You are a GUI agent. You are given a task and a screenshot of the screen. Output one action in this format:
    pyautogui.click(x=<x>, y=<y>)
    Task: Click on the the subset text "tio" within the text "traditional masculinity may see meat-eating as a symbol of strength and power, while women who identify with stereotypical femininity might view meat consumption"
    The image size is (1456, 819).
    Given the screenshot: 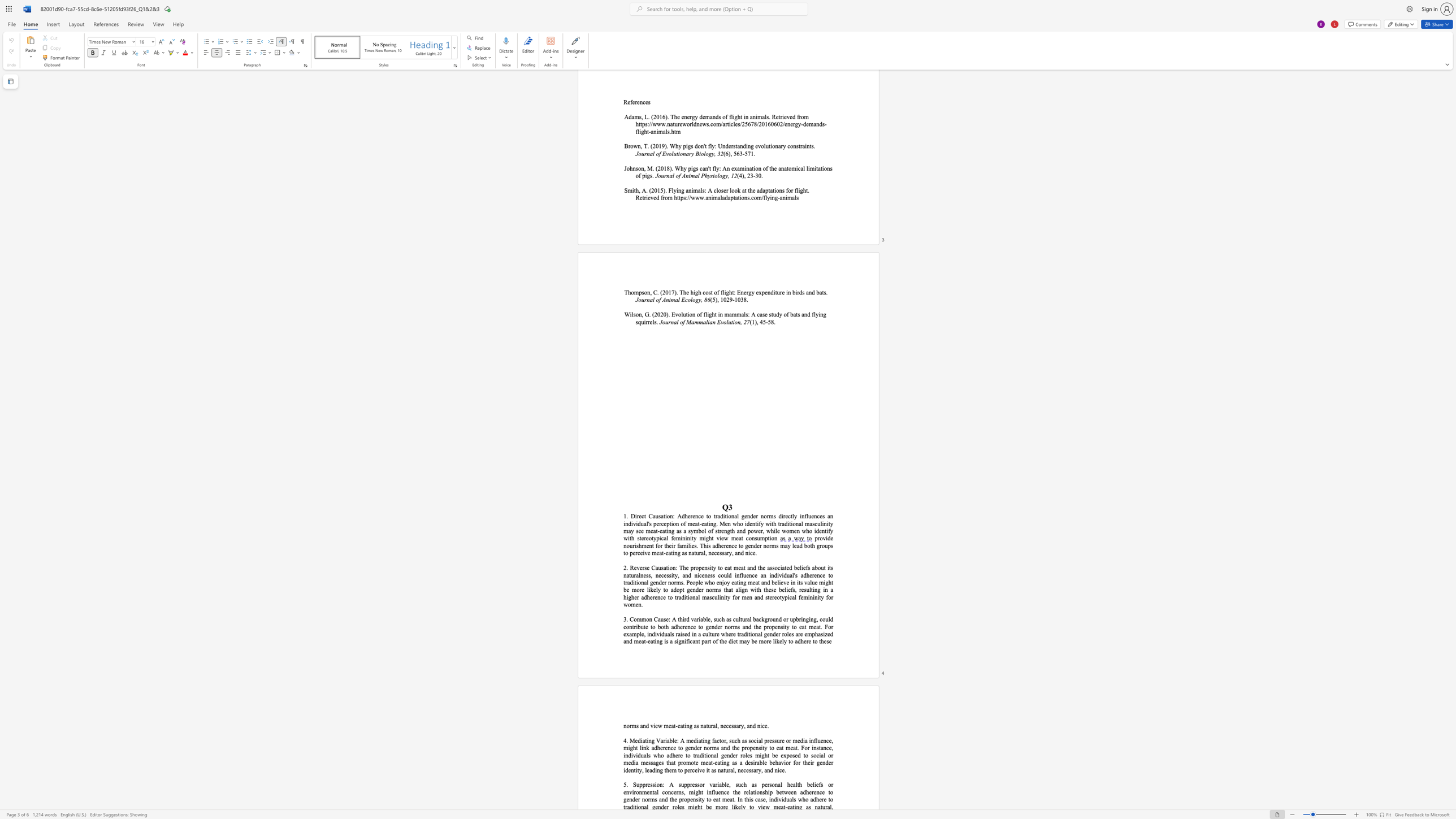 What is the action you would take?
    pyautogui.click(x=767, y=538)
    